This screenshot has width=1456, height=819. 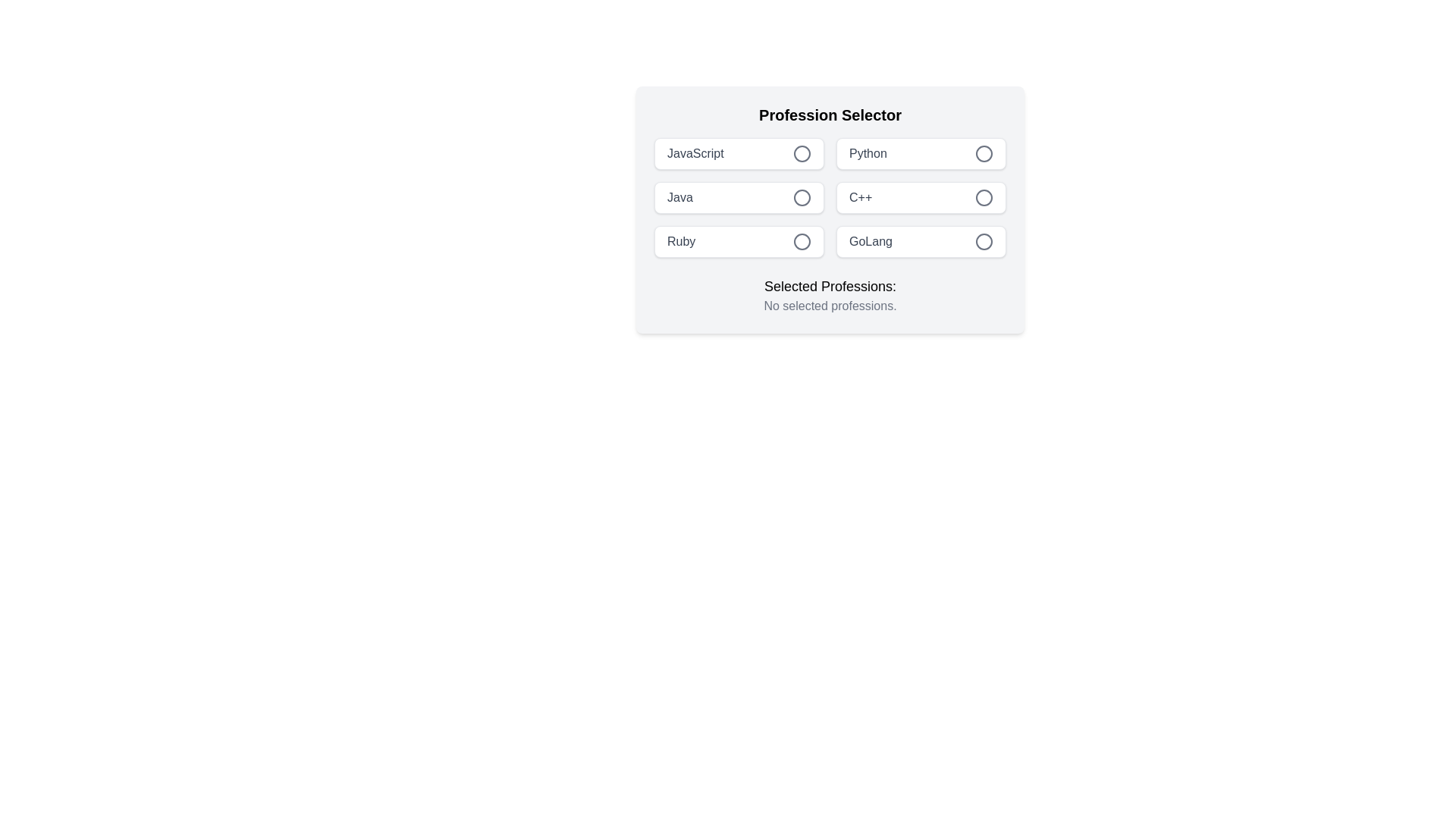 What do you see at coordinates (984, 241) in the screenshot?
I see `the circular radio button next to the 'GoLang' option` at bounding box center [984, 241].